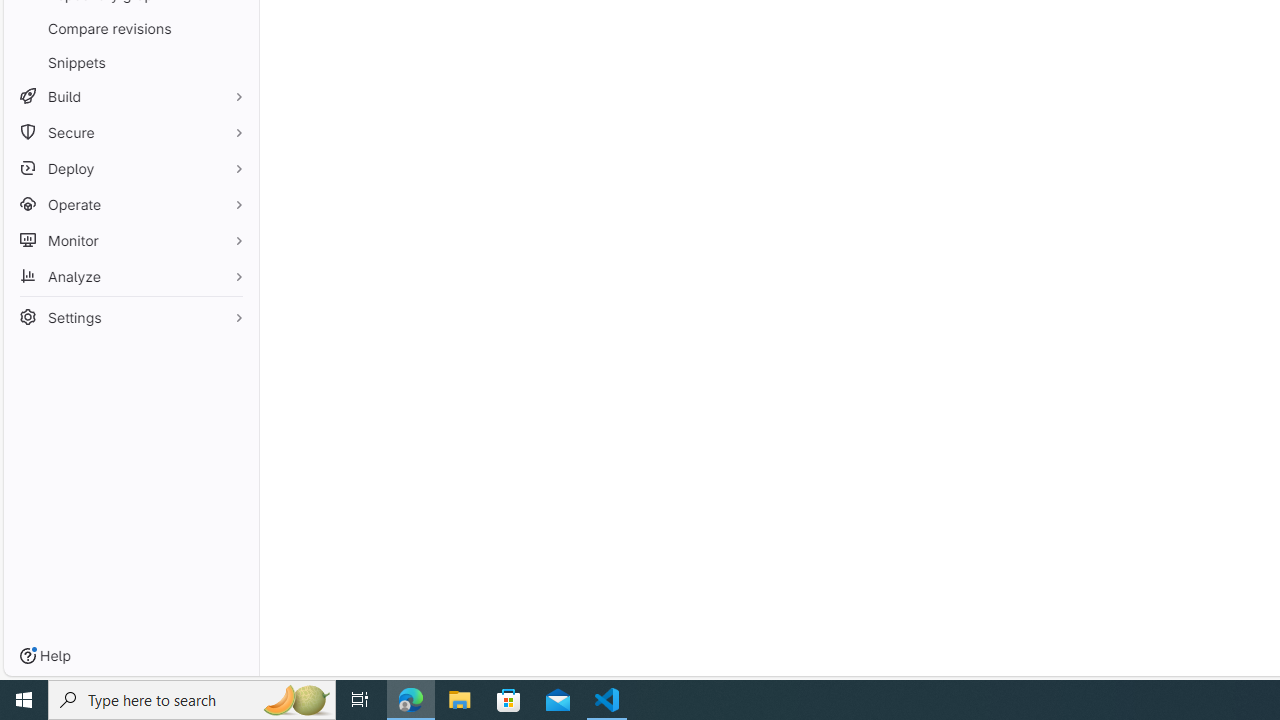 This screenshot has height=720, width=1280. What do you see at coordinates (130, 239) in the screenshot?
I see `'Monitor'` at bounding box center [130, 239].